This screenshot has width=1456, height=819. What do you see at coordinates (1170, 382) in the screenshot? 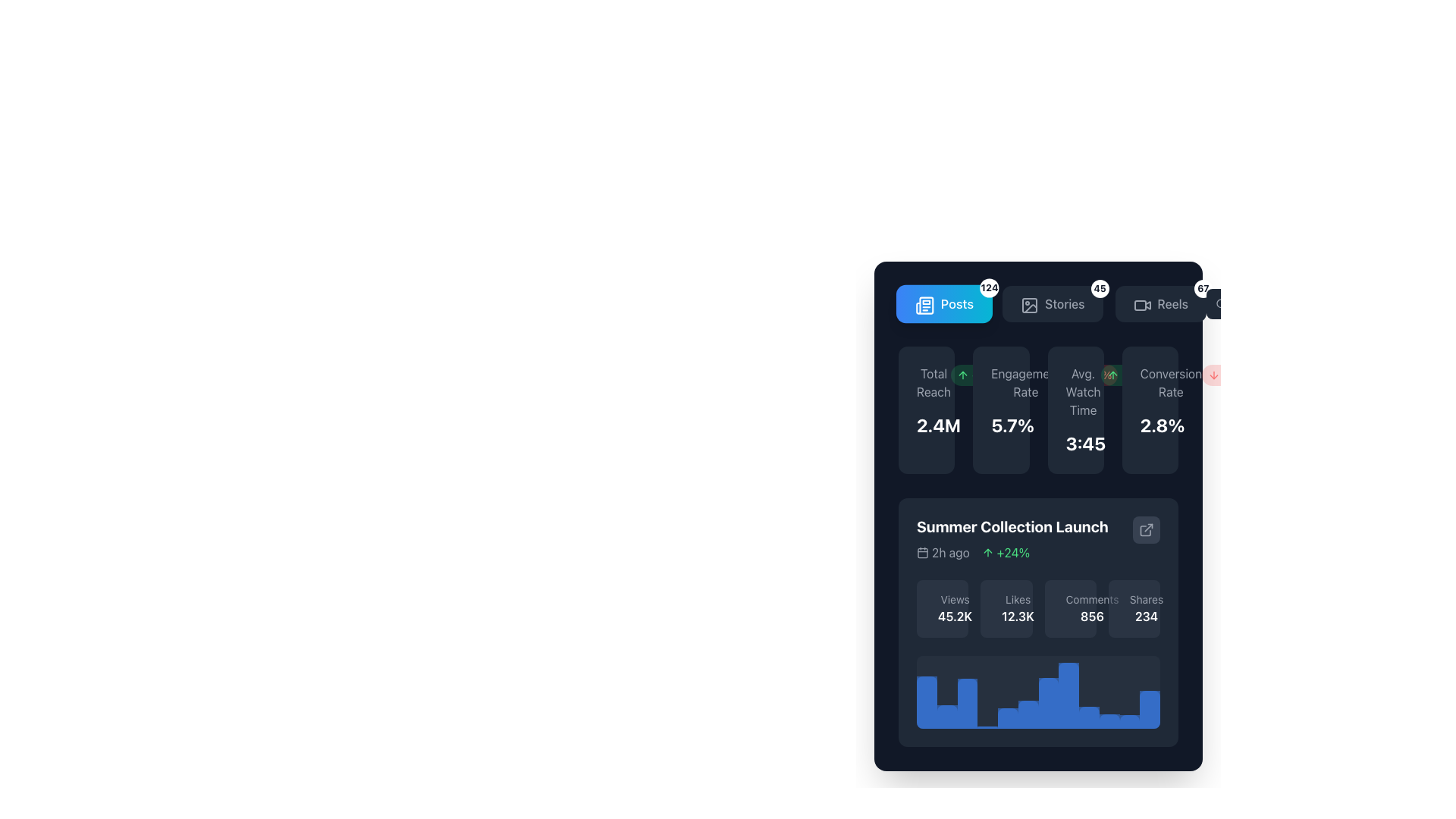
I see `the 'Conversion Rate' text label located at the top-right corner of the interface, above the numerical value '-8.3%'` at bounding box center [1170, 382].